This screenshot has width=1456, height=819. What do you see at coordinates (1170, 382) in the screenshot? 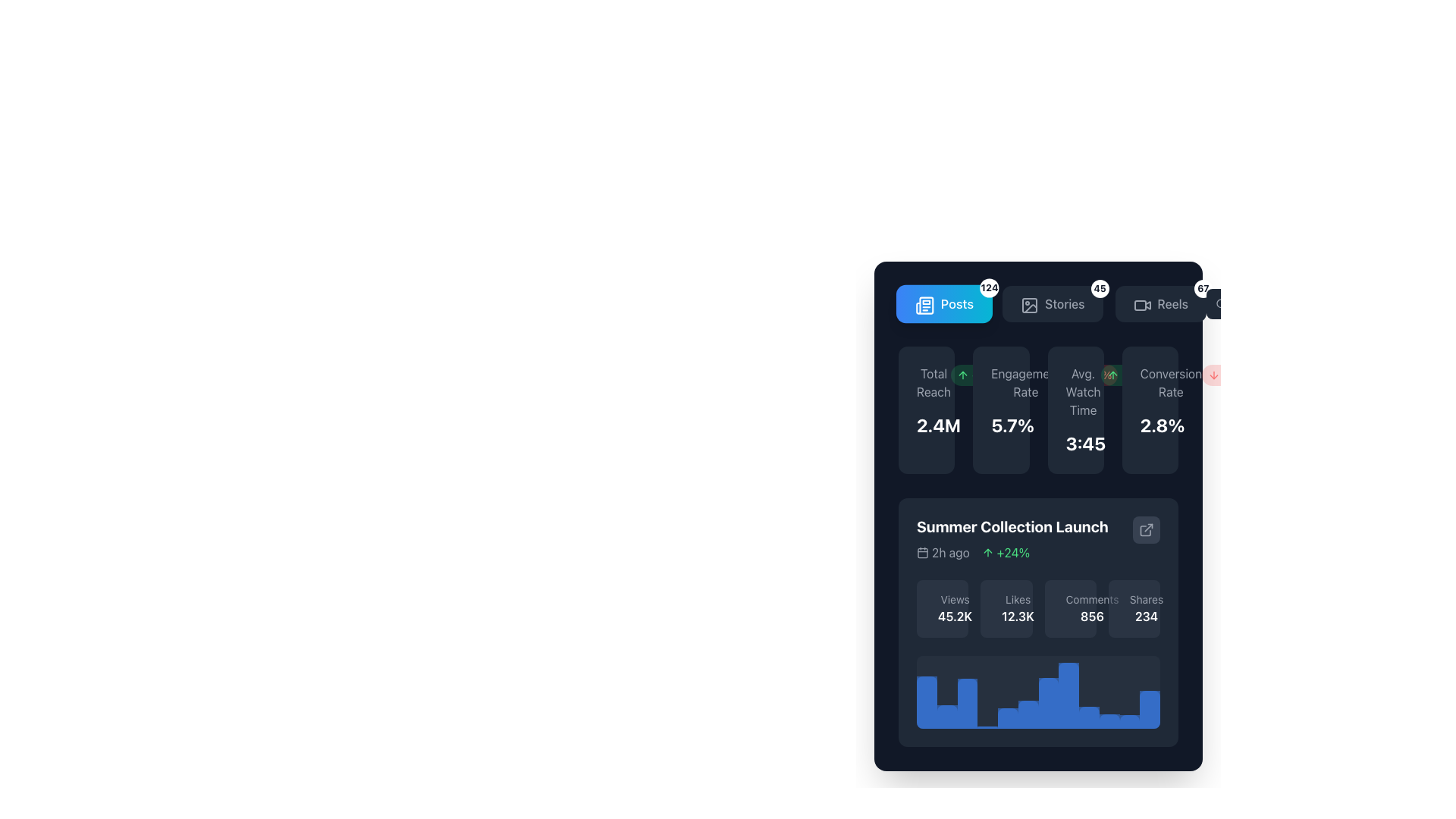
I see `the 'Conversion Rate' text label located at the top-right corner of the interface, above the numerical value '-8.3%'` at bounding box center [1170, 382].